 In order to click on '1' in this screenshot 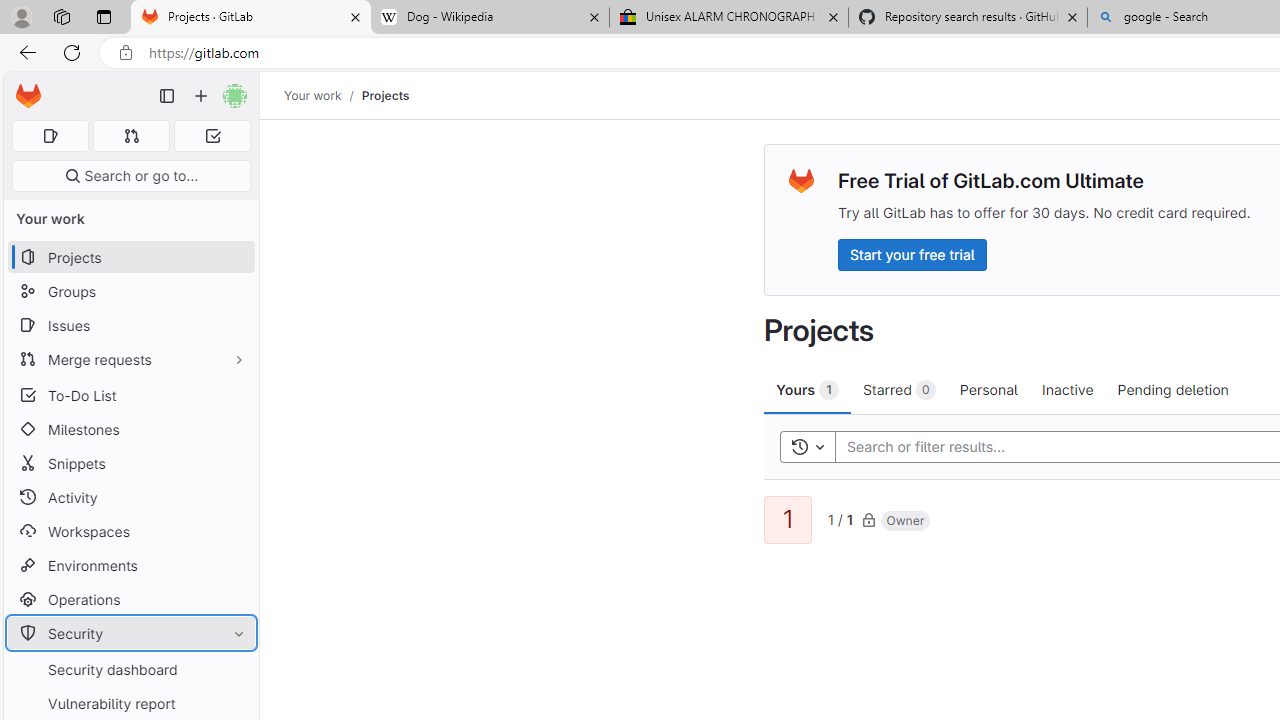, I will do `click(786, 518)`.